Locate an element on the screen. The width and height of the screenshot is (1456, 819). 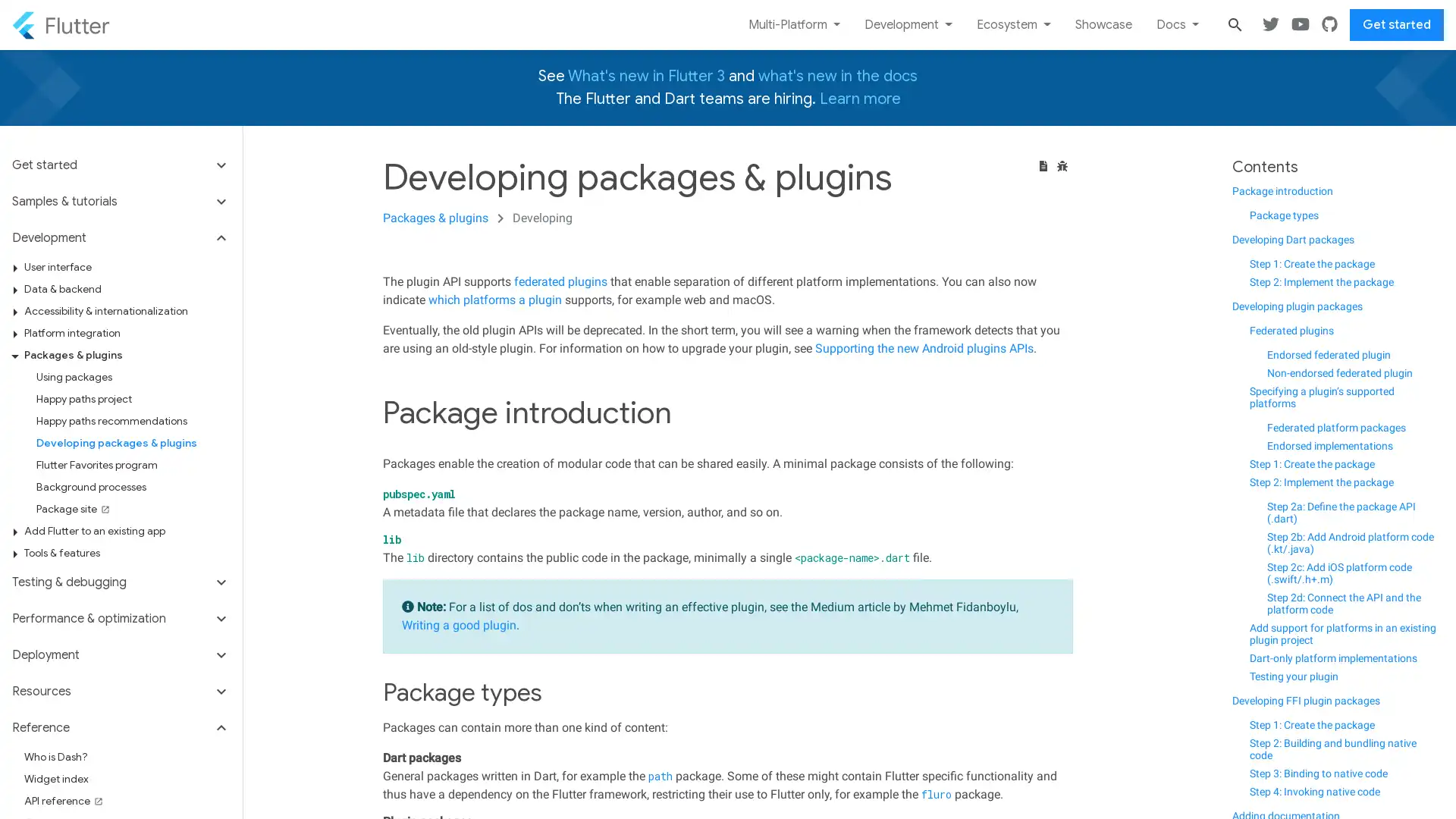
arrow_drop_down User interface is located at coordinates (127, 266).